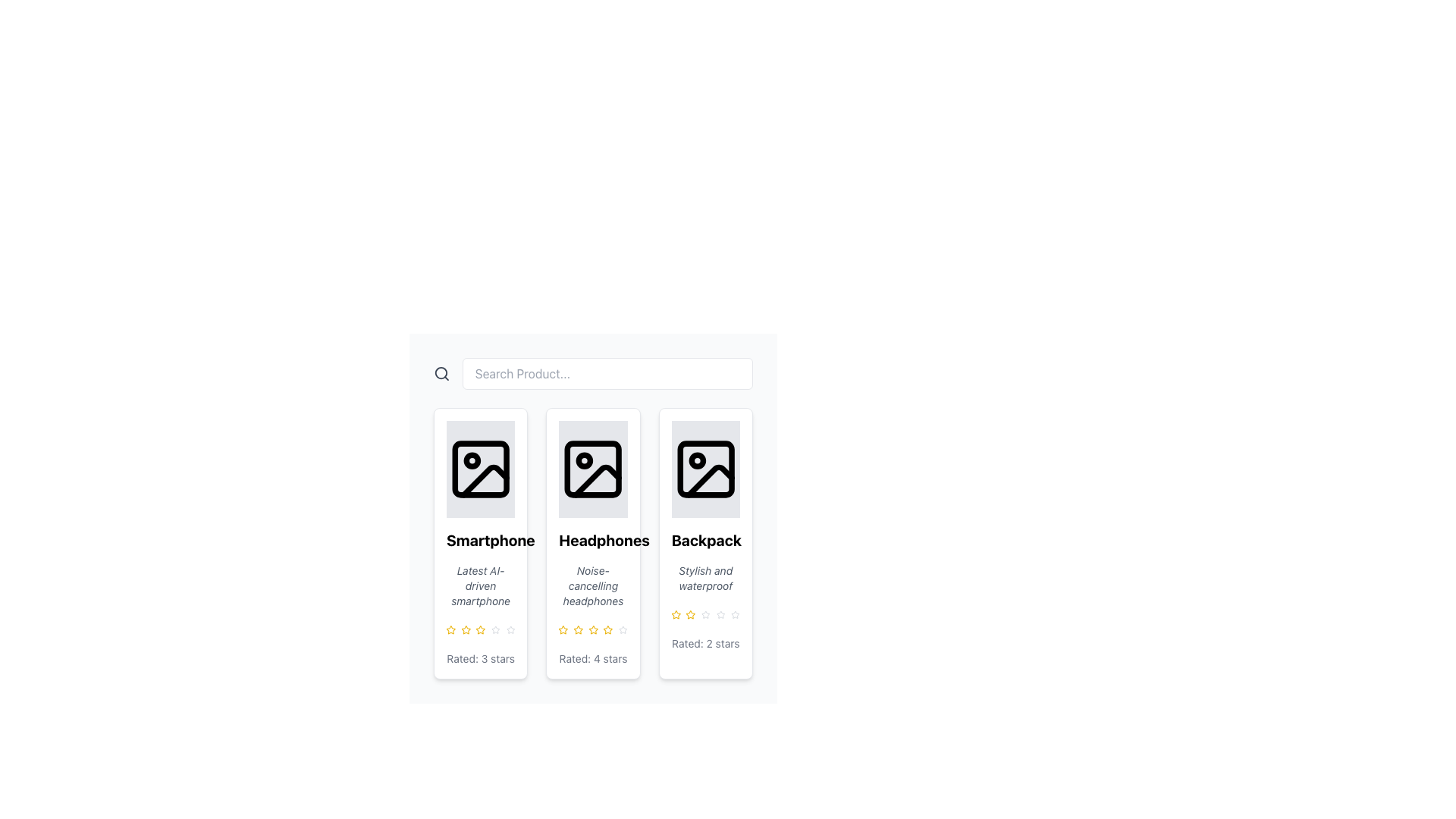  What do you see at coordinates (704, 468) in the screenshot?
I see `the image placeholder at the top of the product card labeled 'Backpack', which serves as a visual representation for the product, if interactivity is added in the future` at bounding box center [704, 468].